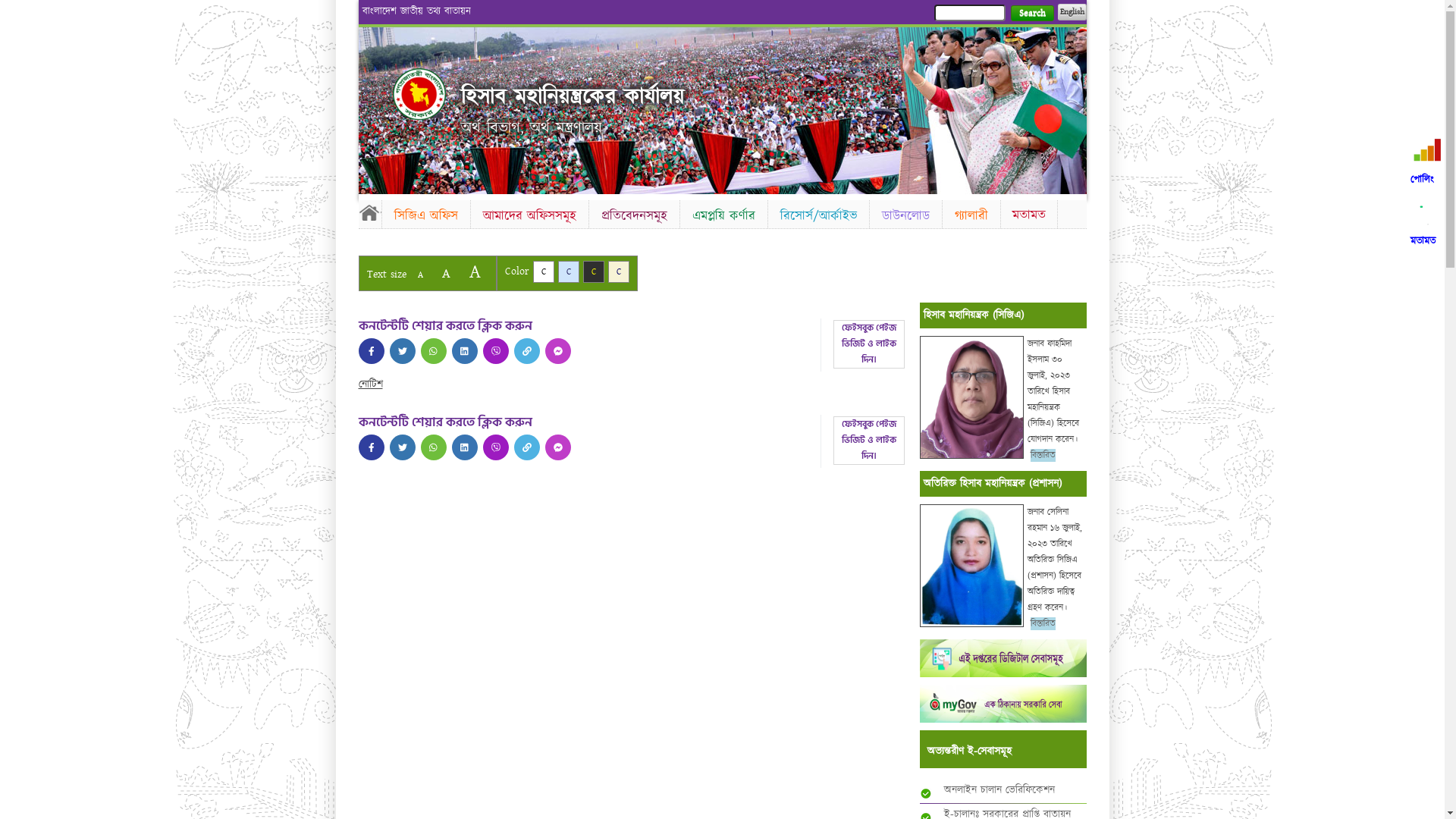 This screenshot has width=1456, height=819. Describe the element at coordinates (419, 275) in the screenshot. I see `'A'` at that location.